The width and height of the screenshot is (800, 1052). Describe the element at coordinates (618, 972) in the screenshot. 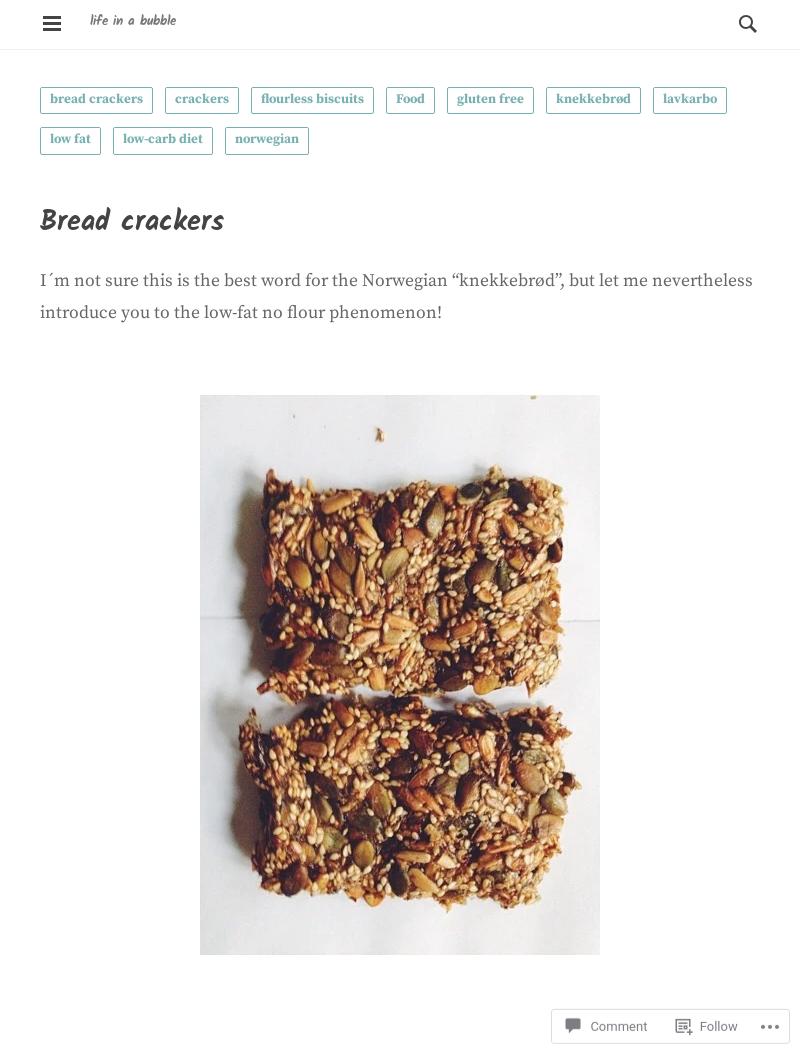

I see `'Comment'` at that location.